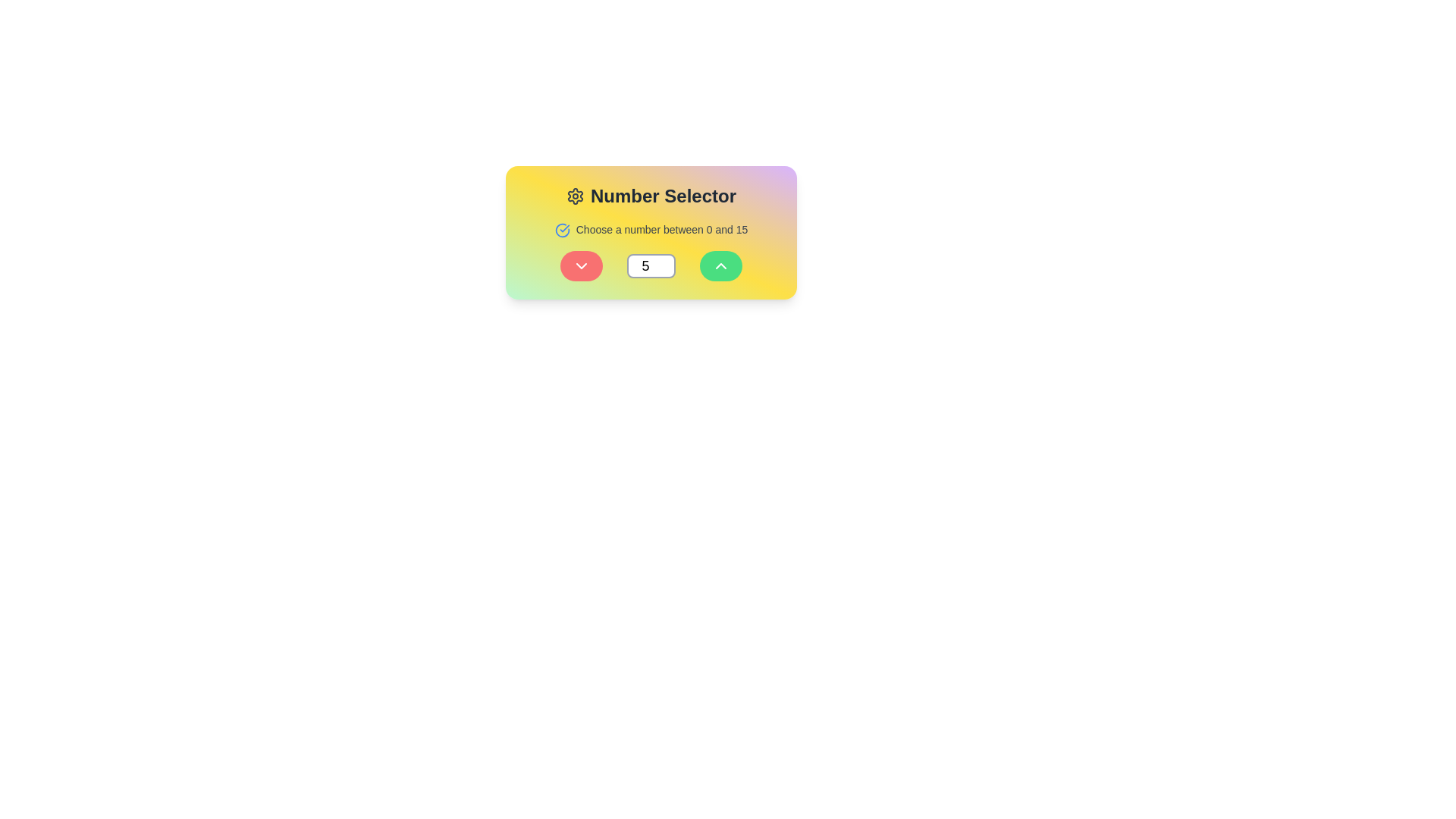 This screenshot has height=819, width=1456. What do you see at coordinates (561, 230) in the screenshot?
I see `the icon located to the left of the instruction text 'Choose a number between 0 and 15', which indicates that a condition has been satisfied or is active` at bounding box center [561, 230].